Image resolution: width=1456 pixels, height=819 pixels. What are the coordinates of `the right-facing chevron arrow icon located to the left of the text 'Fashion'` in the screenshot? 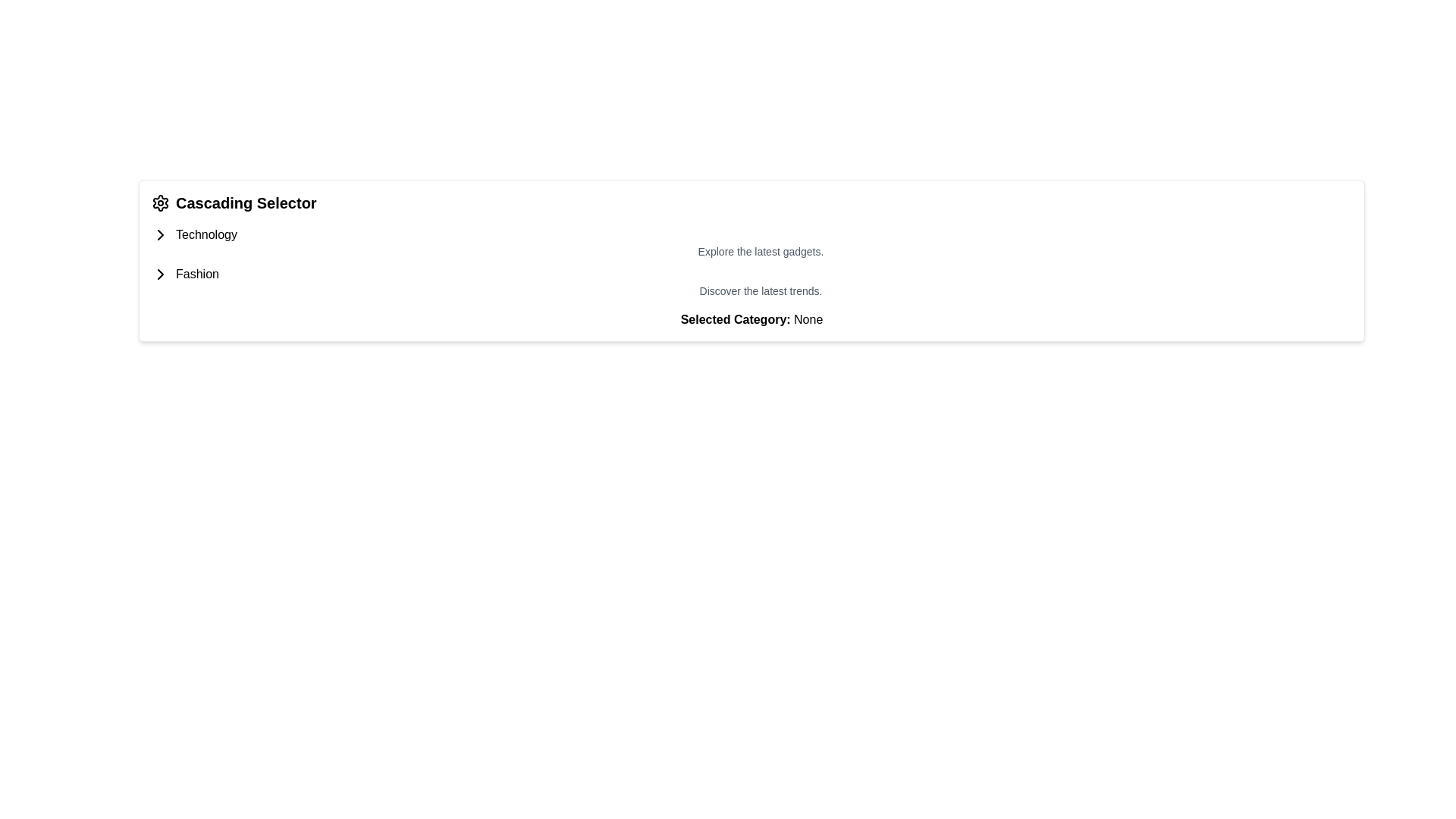 It's located at (160, 275).